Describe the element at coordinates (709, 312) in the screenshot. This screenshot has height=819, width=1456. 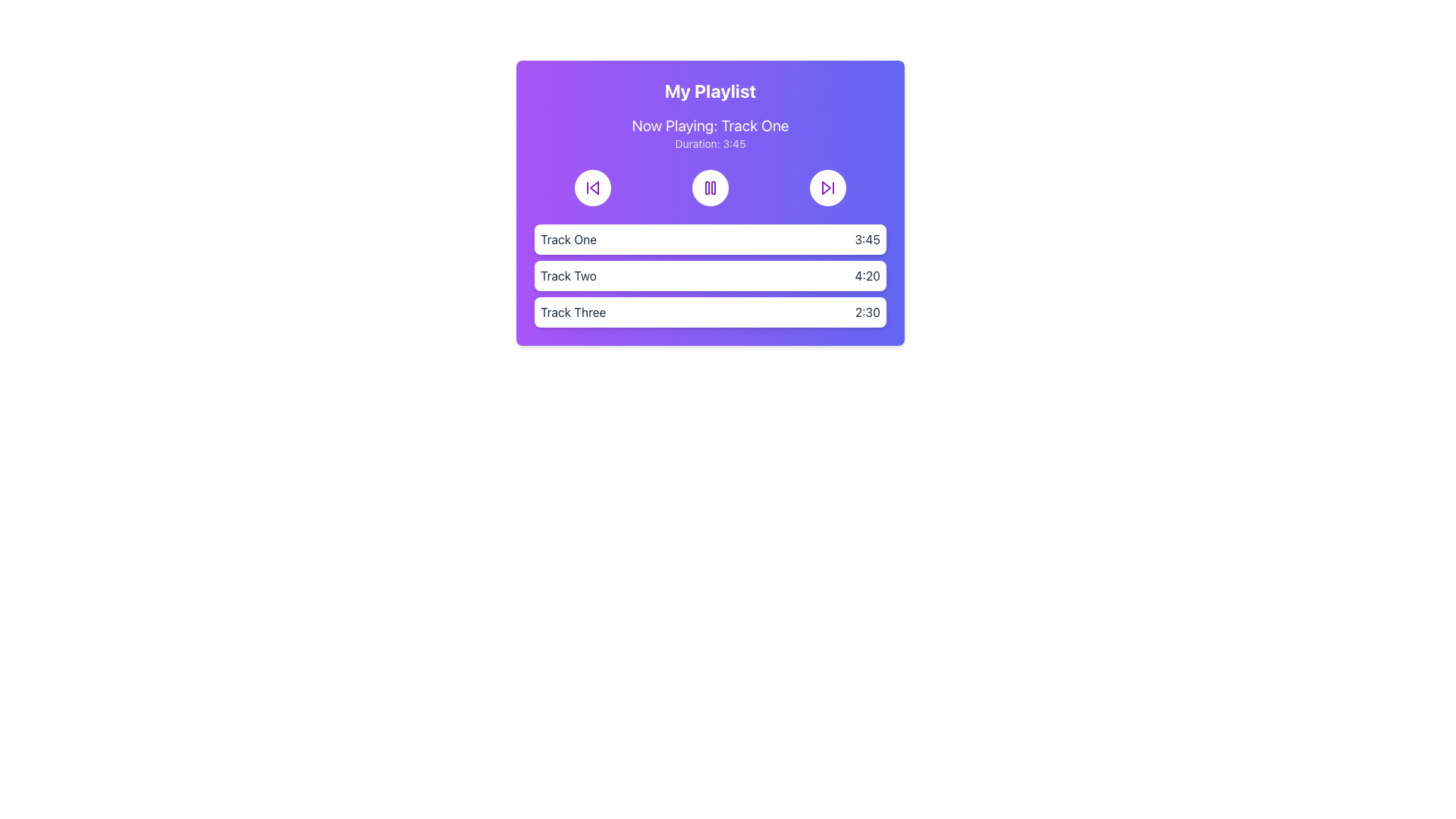
I see `the third track item in the playlist labeled 'Track Three' with a duration of '2:30'` at that location.